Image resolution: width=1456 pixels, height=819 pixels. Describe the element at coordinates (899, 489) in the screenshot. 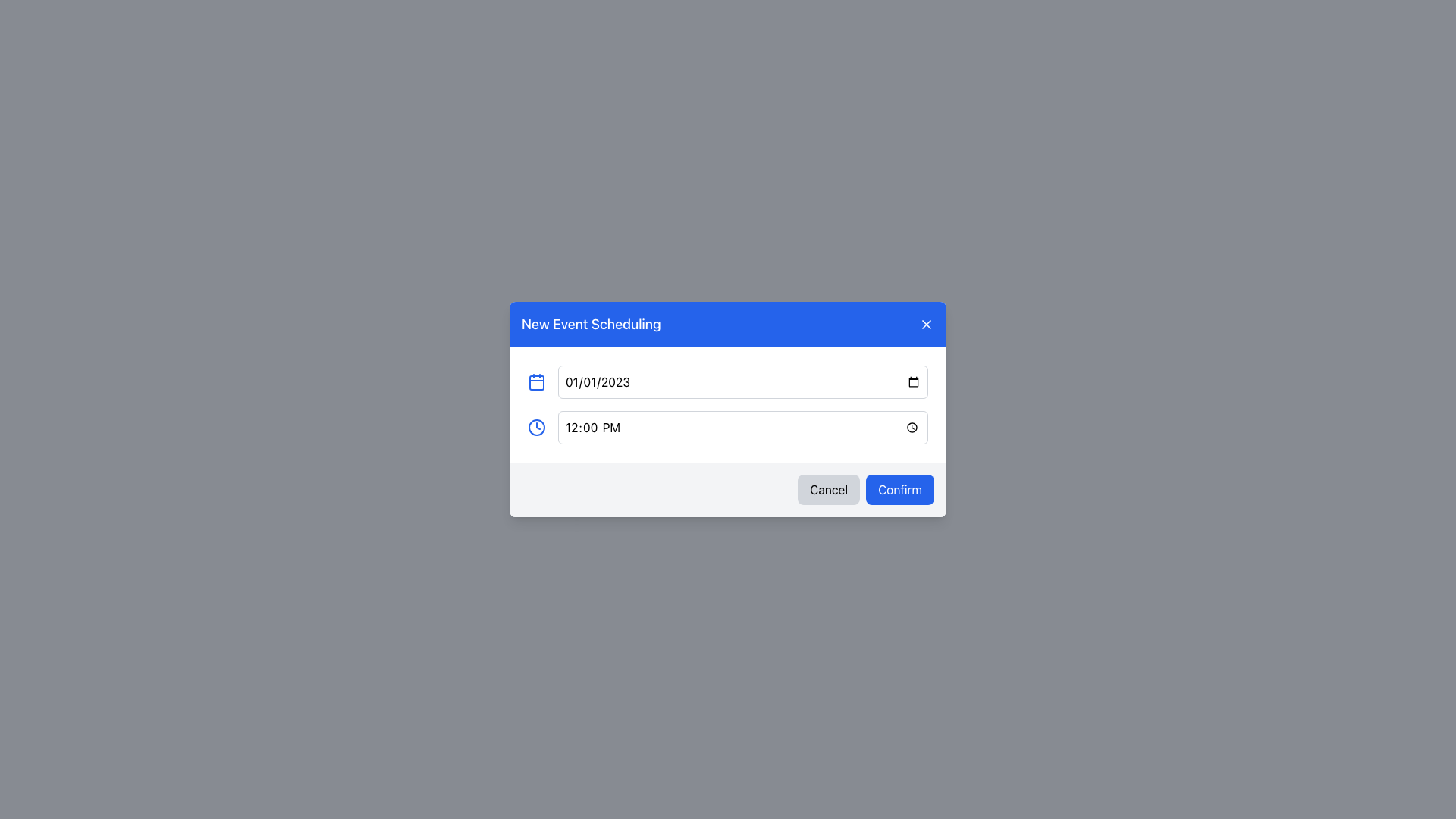

I see `the blue 'Confirm' button with white text, located at the bottom right of the modal dialog box, to confirm the action` at that location.